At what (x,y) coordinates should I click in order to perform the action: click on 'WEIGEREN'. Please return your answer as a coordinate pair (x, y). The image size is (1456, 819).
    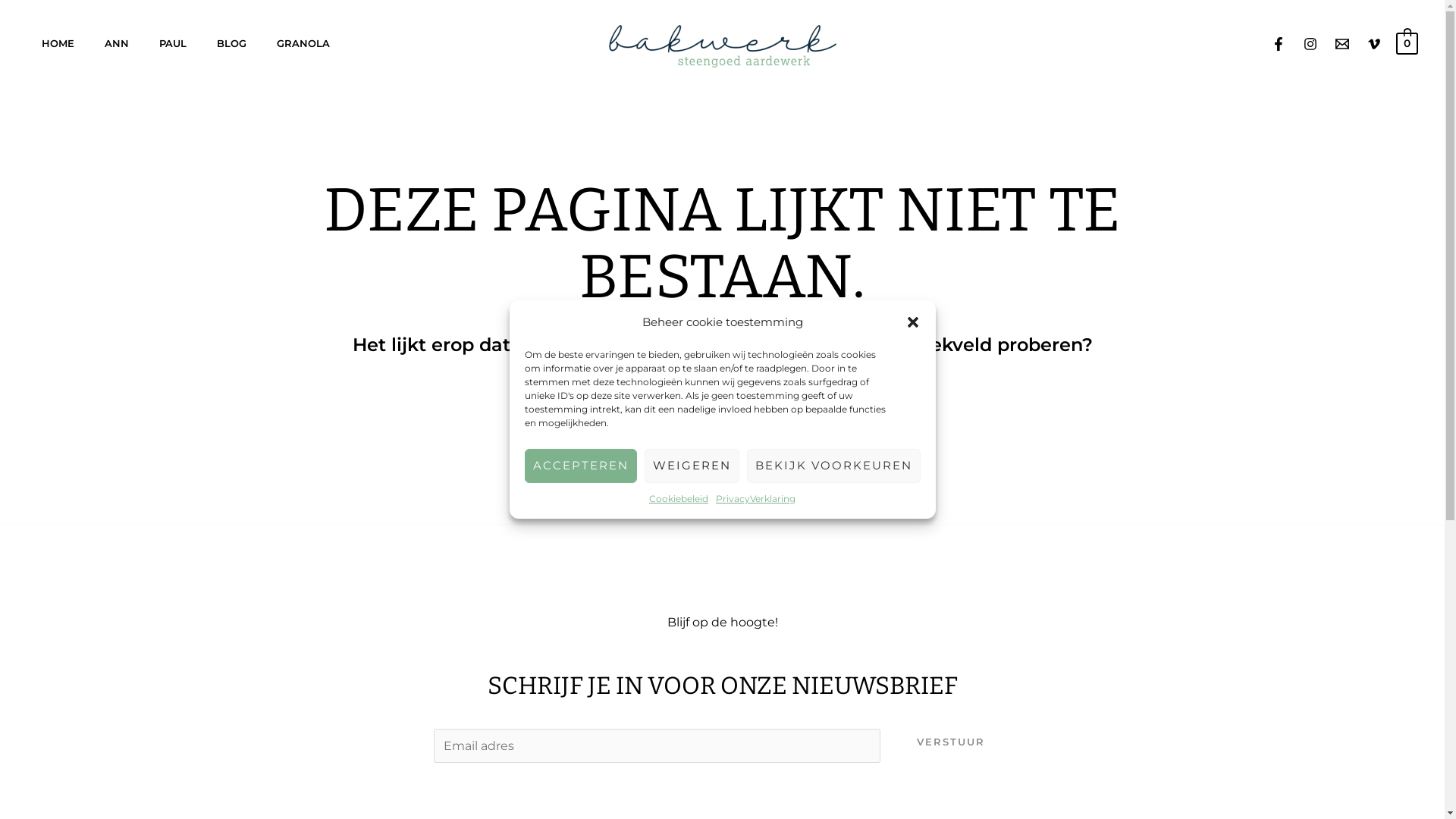
    Looking at the image, I should click on (691, 465).